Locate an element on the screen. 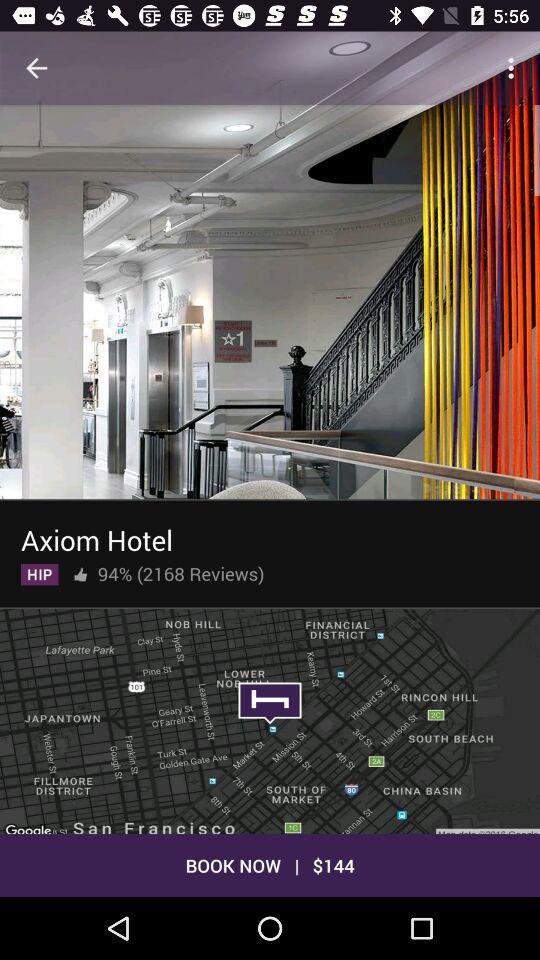  item below the axiom hotel is located at coordinates (181, 570).